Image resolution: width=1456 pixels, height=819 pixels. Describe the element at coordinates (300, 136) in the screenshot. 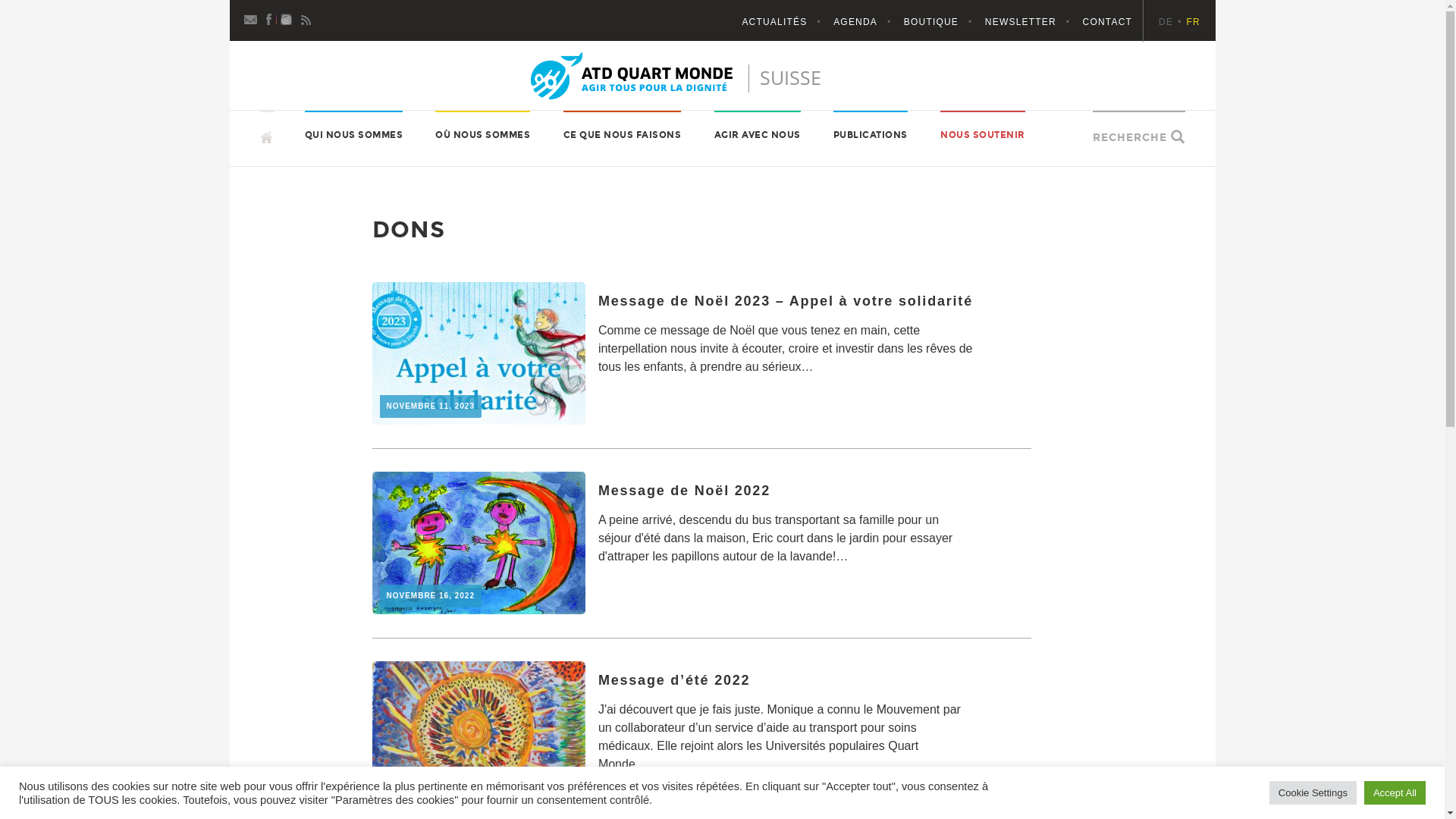

I see `'ATD HOME'` at that location.